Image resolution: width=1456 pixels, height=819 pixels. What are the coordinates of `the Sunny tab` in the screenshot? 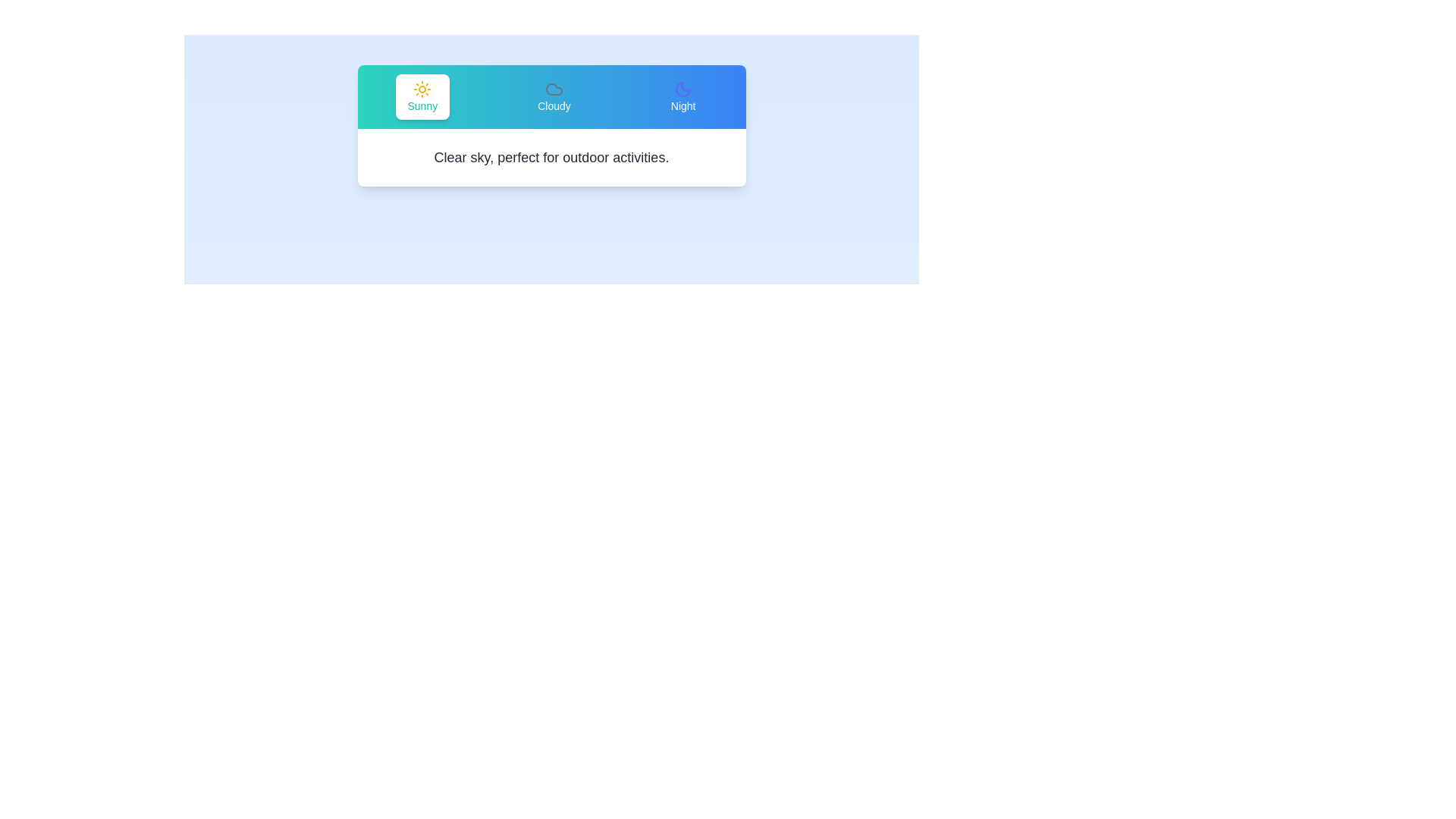 It's located at (422, 96).